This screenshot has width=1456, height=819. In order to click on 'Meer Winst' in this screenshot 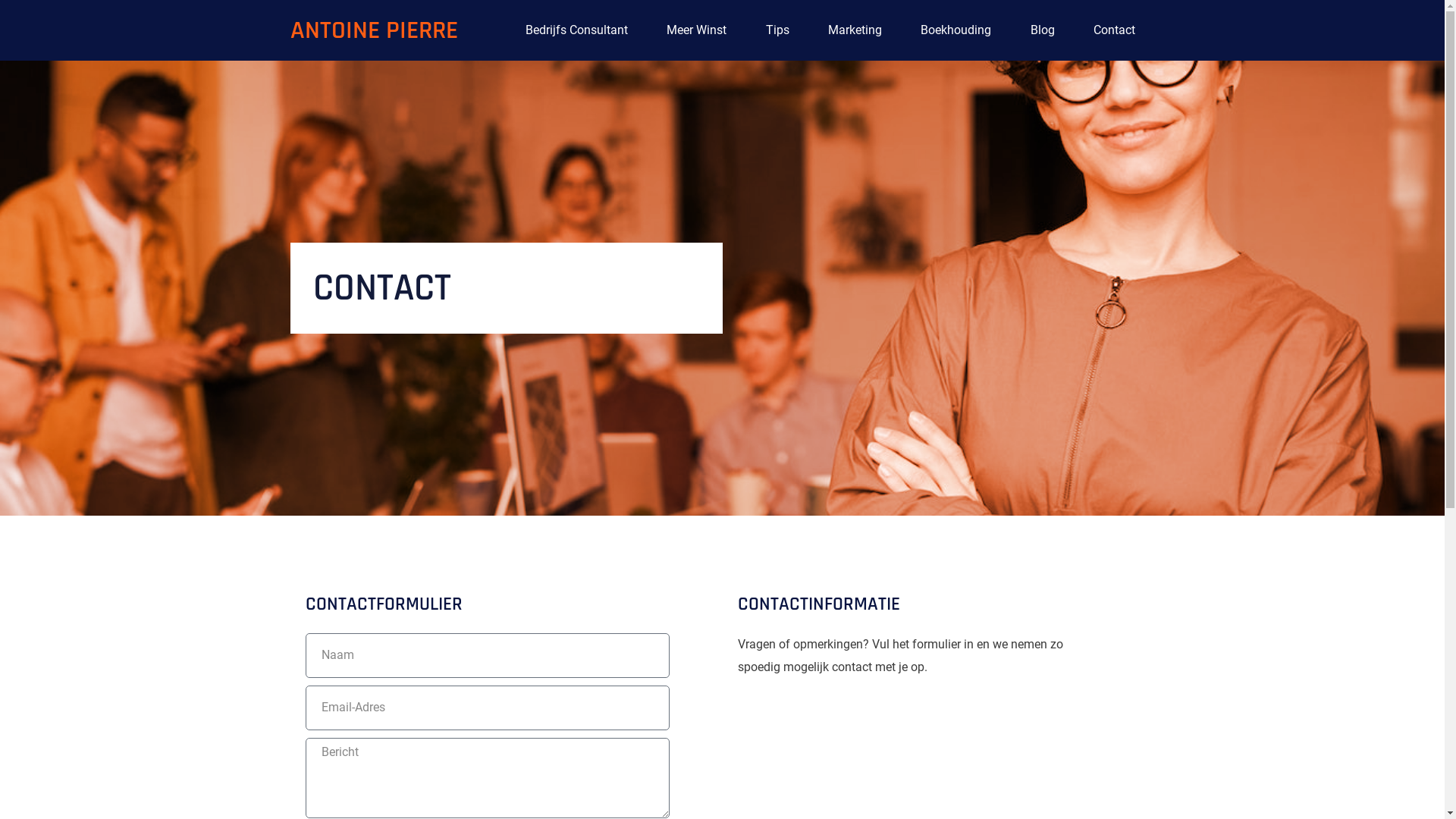, I will do `click(695, 30)`.